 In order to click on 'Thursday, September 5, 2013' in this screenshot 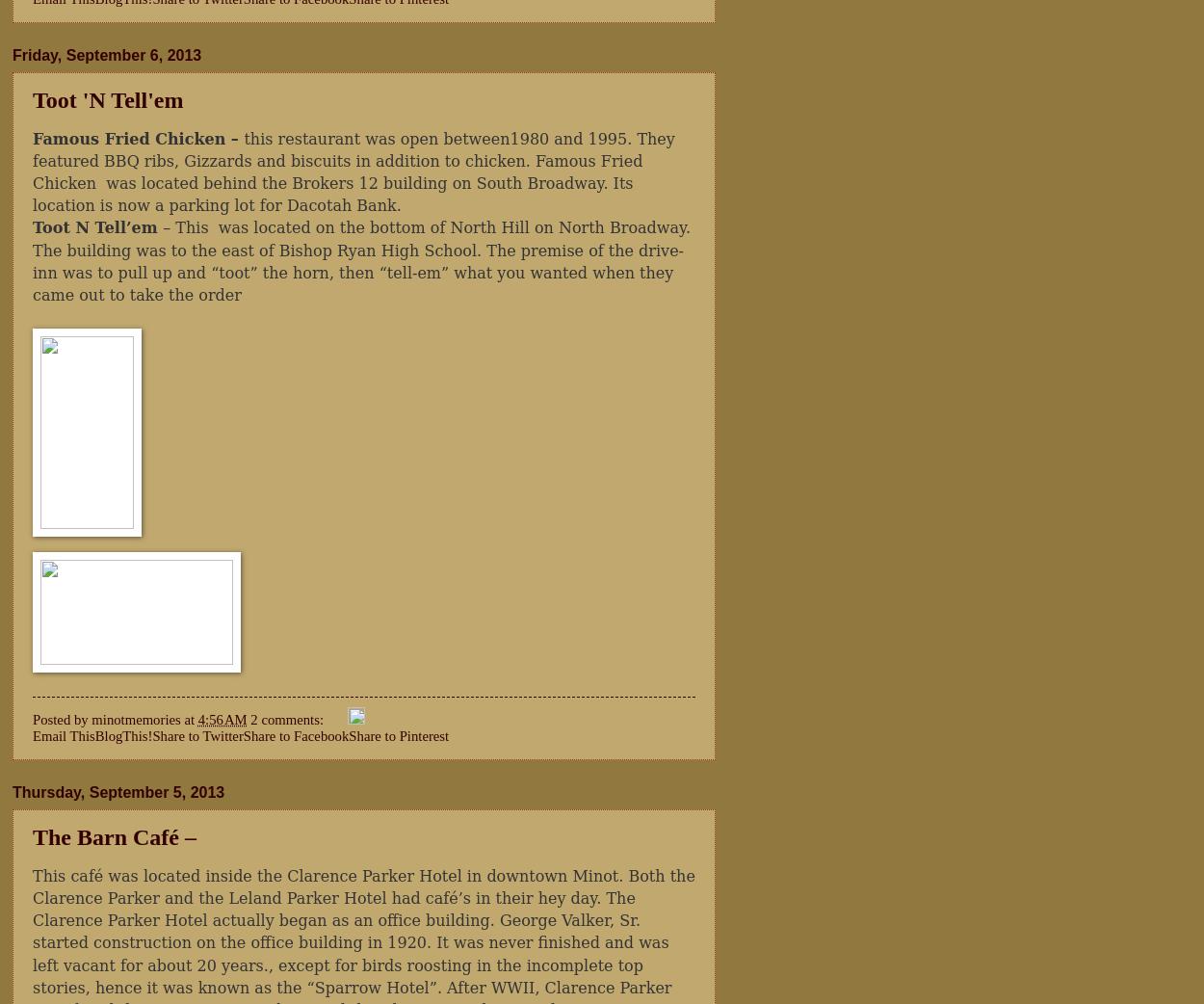, I will do `click(118, 792)`.